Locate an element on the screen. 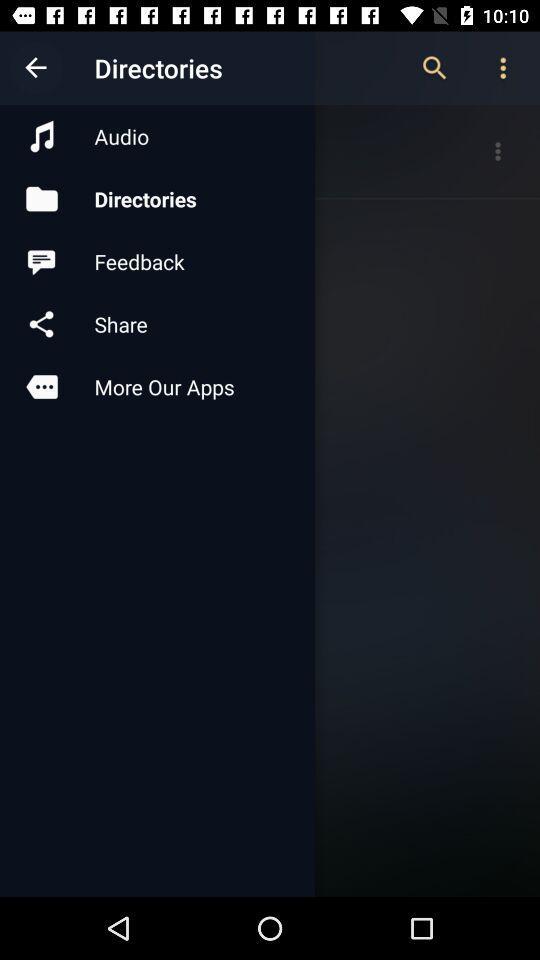 The width and height of the screenshot is (540, 960). the item to the left of the directories item is located at coordinates (36, 68).